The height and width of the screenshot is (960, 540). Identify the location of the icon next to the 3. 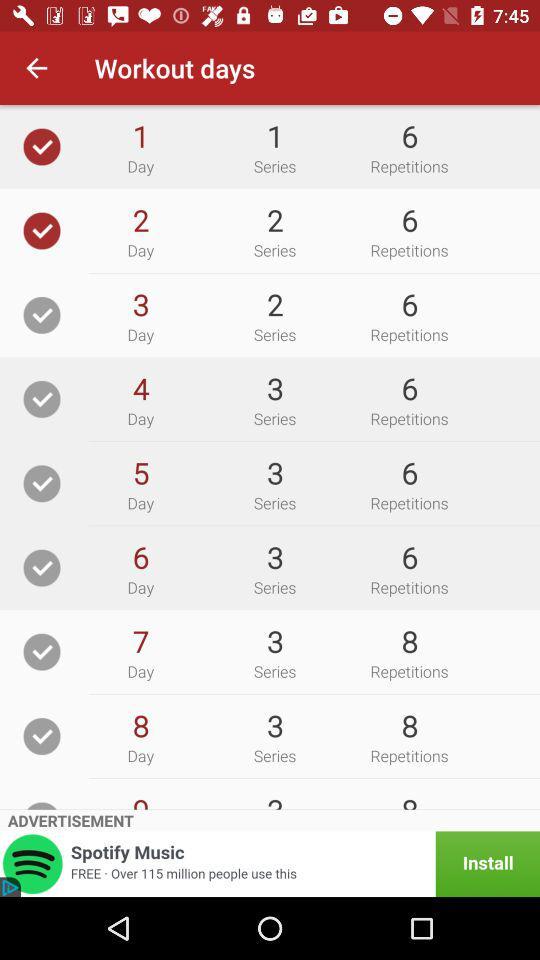
(139, 387).